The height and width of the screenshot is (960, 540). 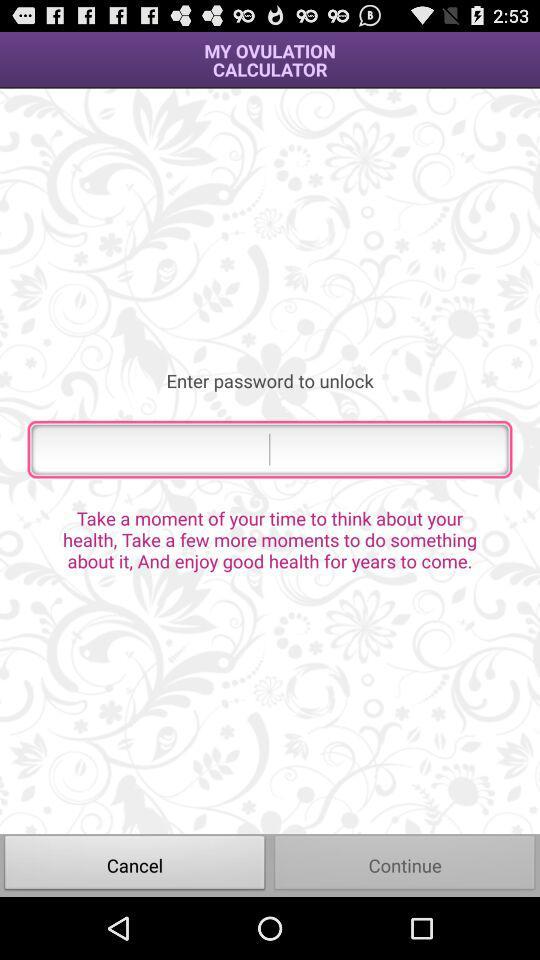 I want to click on the take a moment, so click(x=270, y=538).